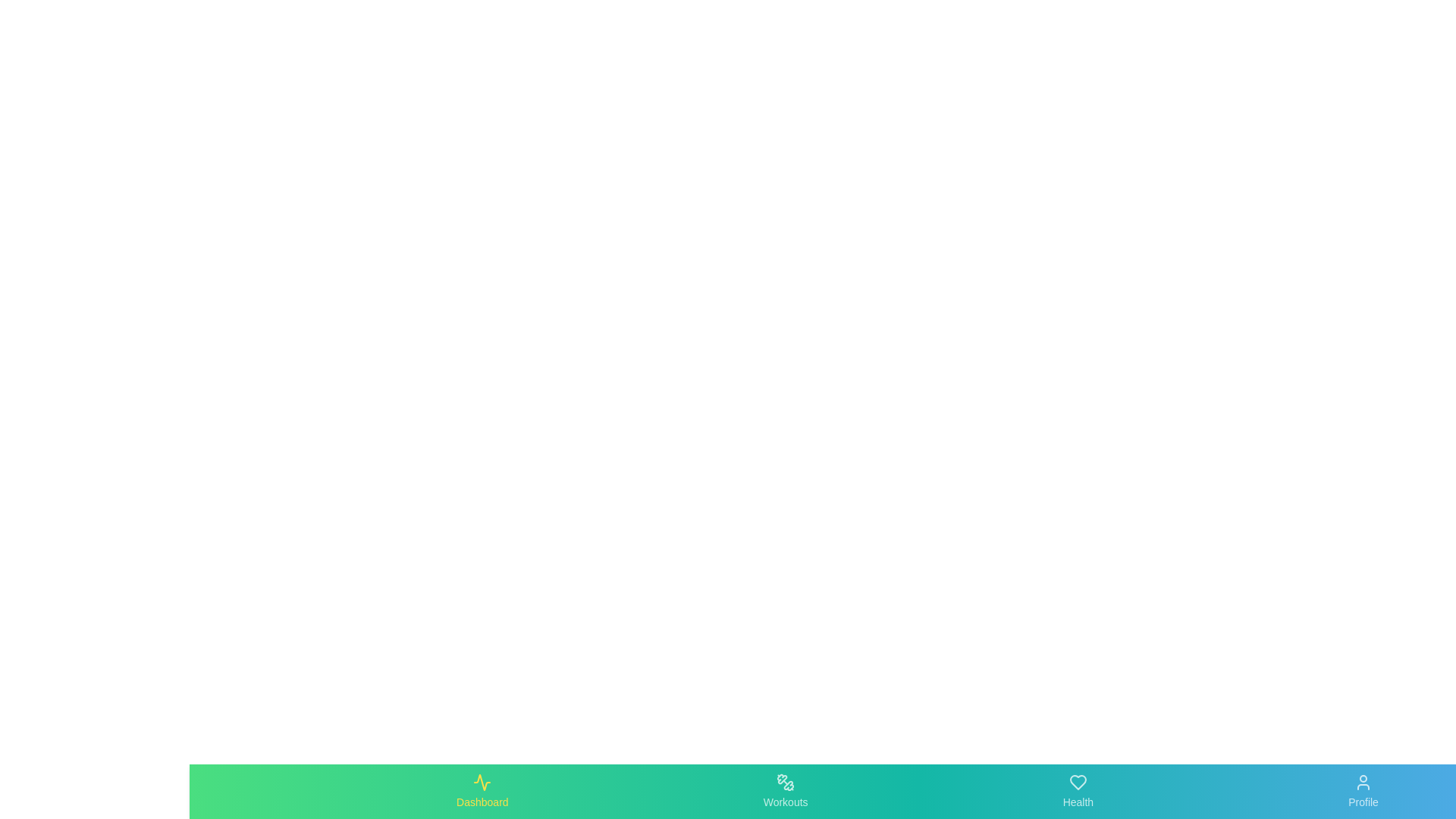 The width and height of the screenshot is (1456, 819). I want to click on the Dashboard tab by clicking on its button, so click(481, 791).